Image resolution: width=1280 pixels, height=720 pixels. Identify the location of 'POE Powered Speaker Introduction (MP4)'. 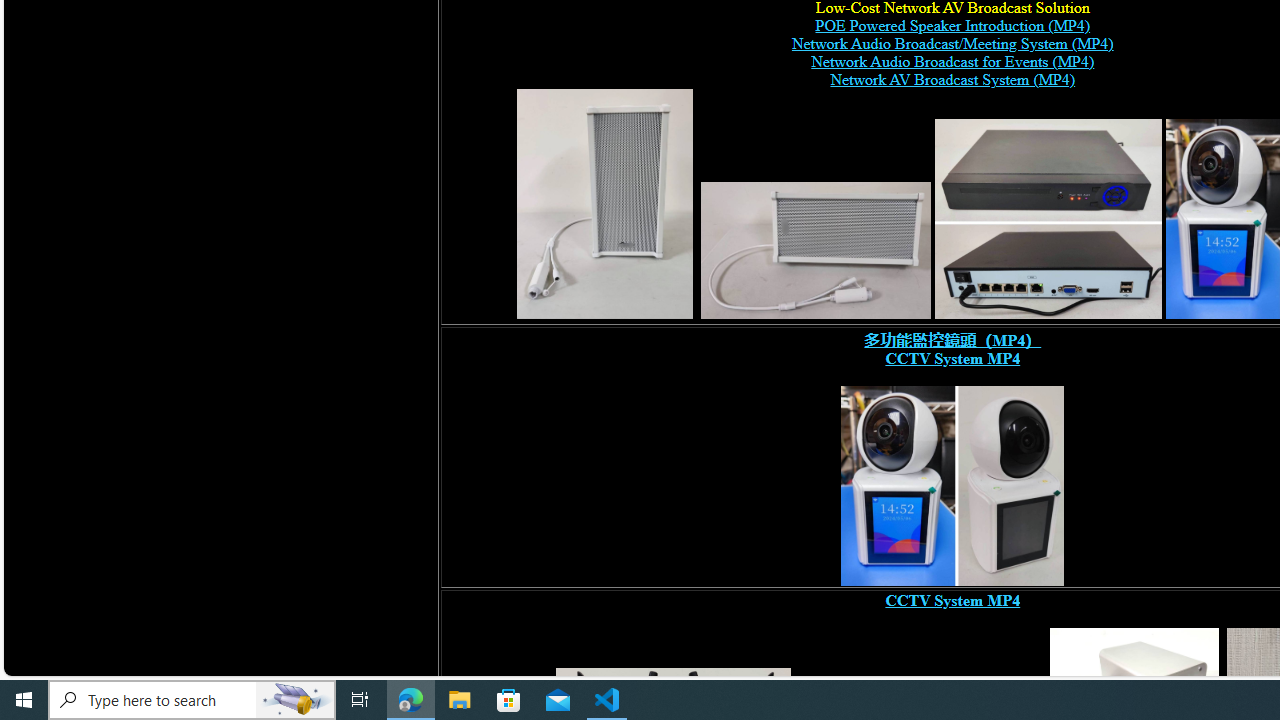
(951, 26).